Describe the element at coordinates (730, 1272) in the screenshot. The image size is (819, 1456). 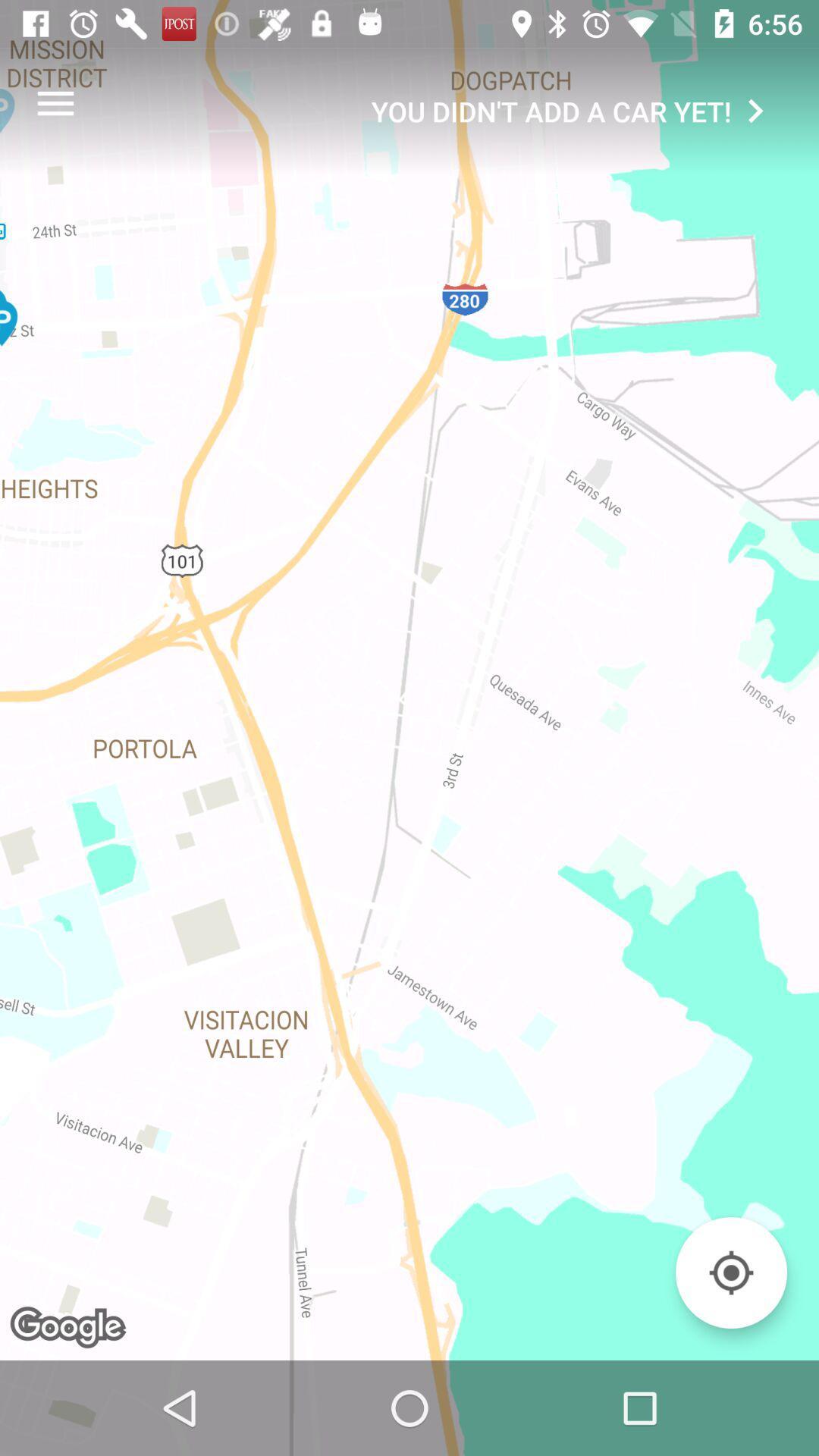
I see `the item at the bottom right corner` at that location.